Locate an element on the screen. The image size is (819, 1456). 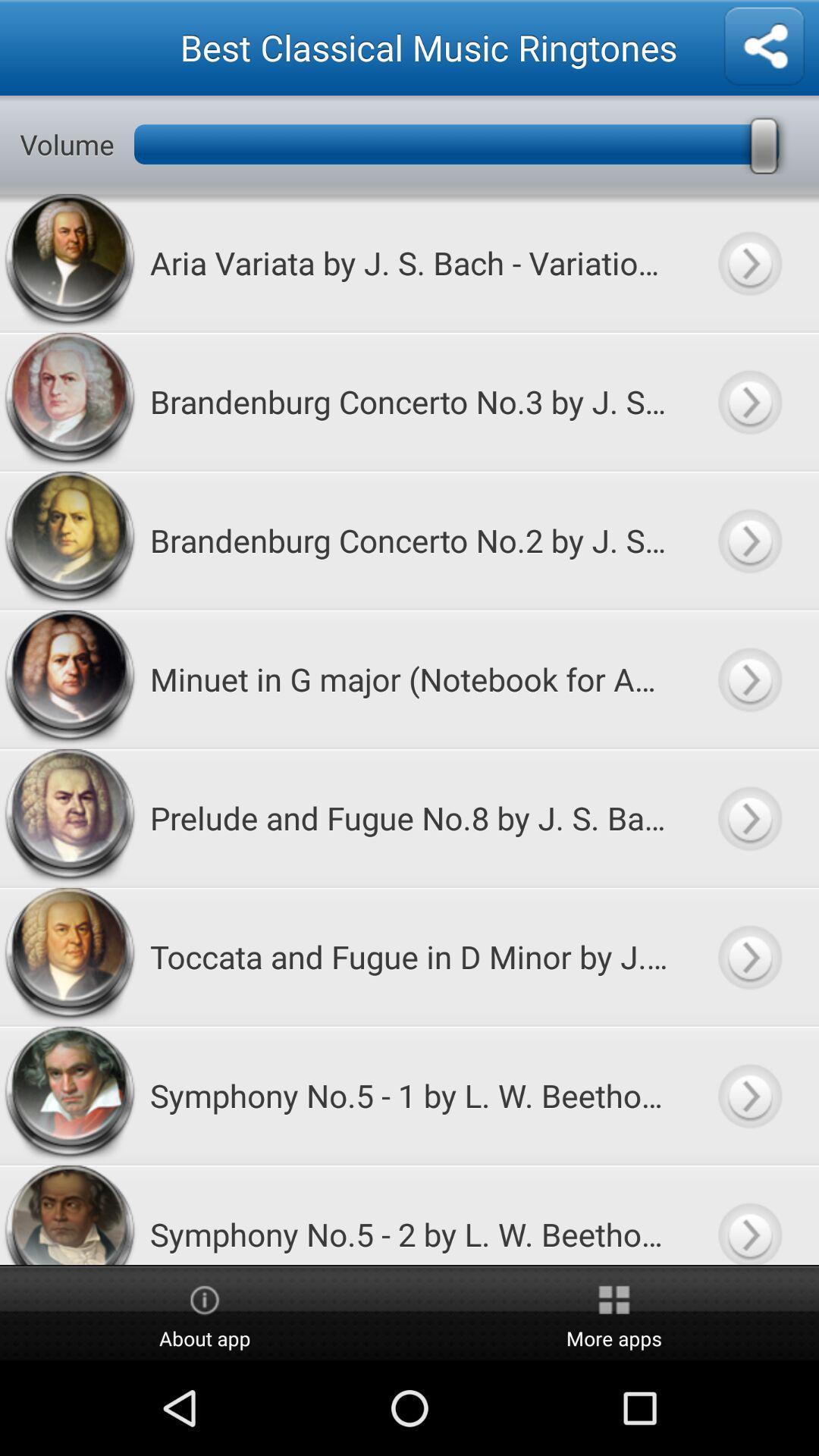
next is located at coordinates (748, 1215).